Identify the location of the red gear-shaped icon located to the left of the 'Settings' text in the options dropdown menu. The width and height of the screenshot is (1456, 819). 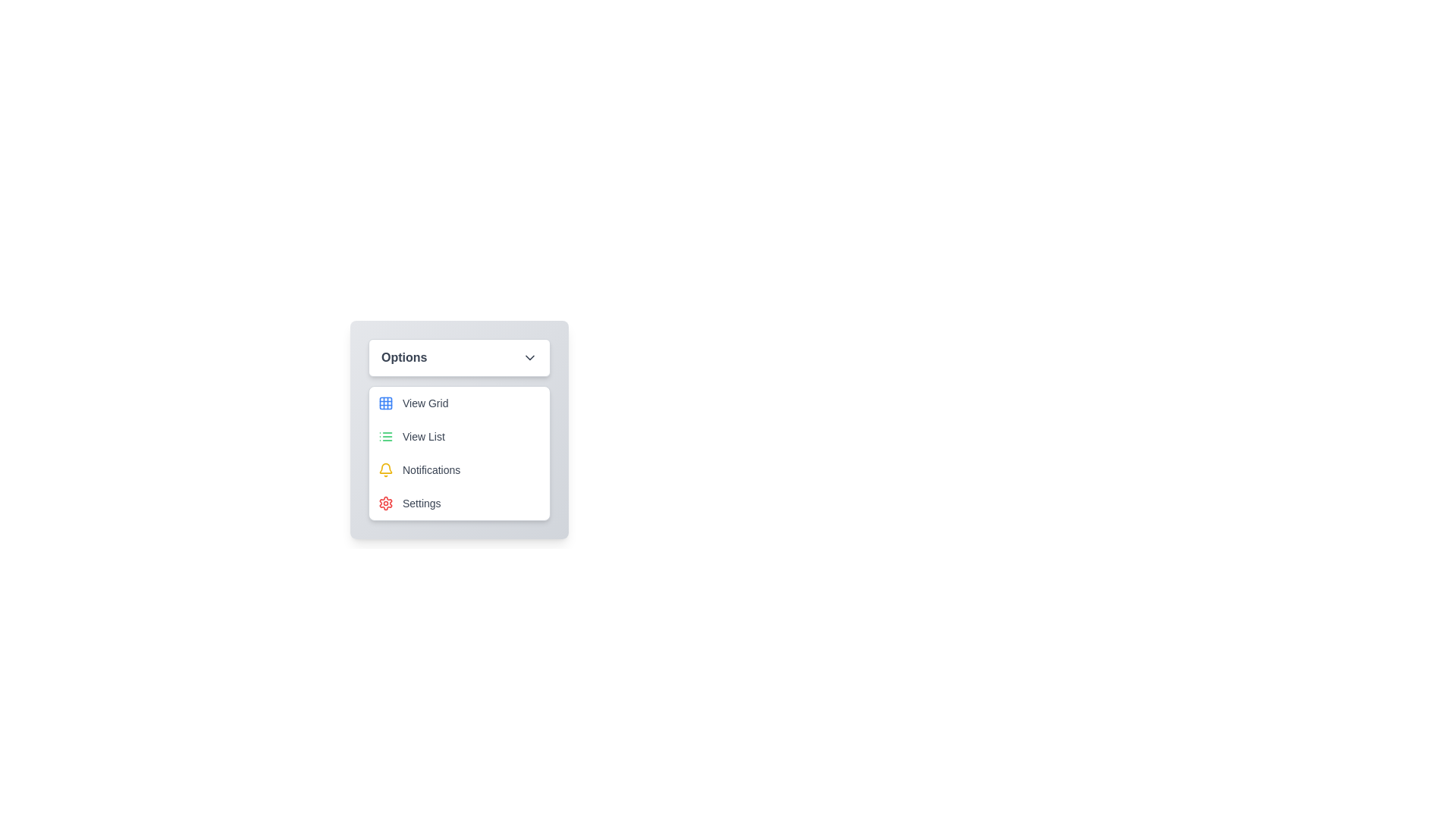
(385, 503).